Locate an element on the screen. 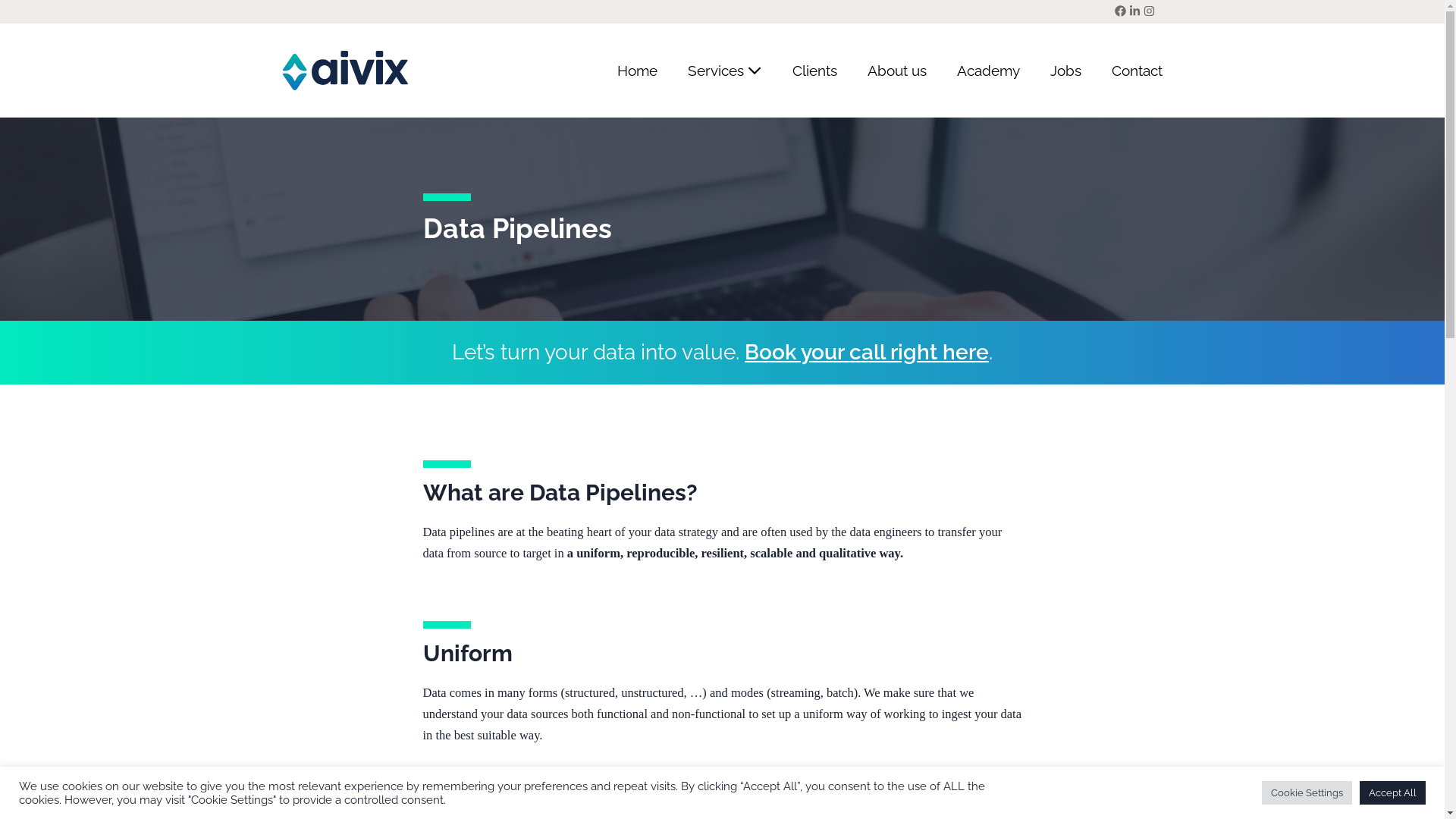  'Services' is located at coordinates (723, 70).